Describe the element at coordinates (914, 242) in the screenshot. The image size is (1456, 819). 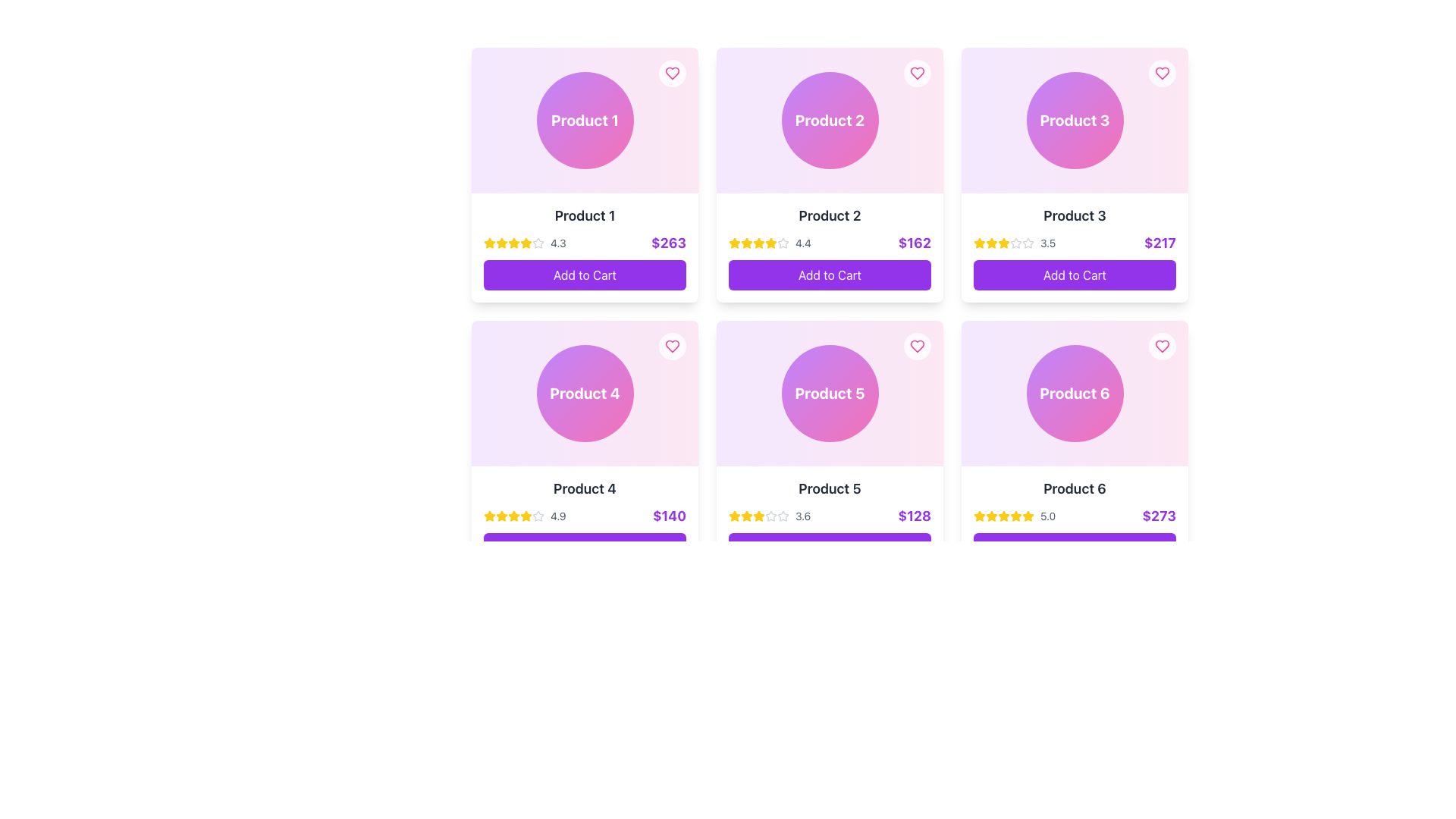
I see `the price information text label located at the bottom-right of the 'Product 2' card in the grid, near the 'Add to Cart' button and aligned with the rating stars` at that location.